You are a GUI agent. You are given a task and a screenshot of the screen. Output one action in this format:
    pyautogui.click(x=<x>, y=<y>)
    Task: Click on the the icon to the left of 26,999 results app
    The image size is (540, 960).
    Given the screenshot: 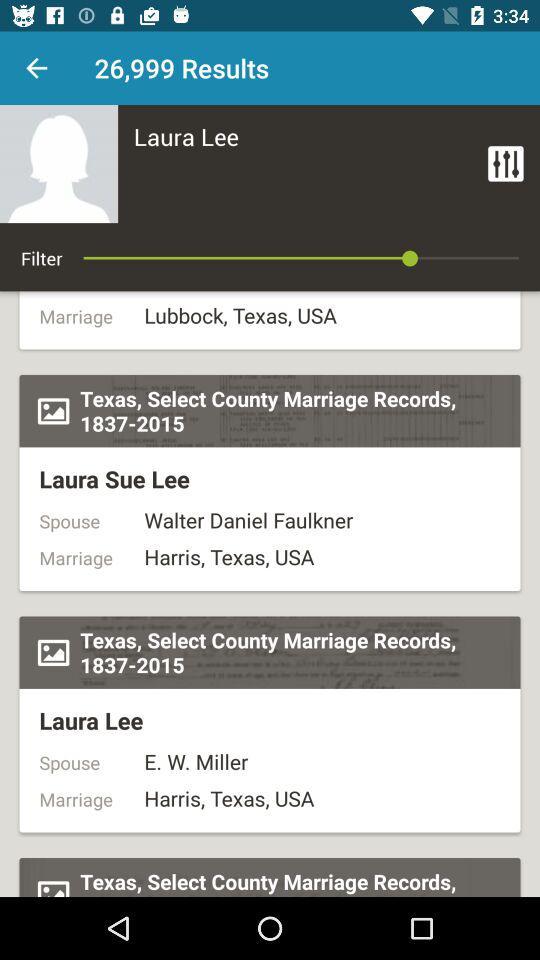 What is the action you would take?
    pyautogui.click(x=36, y=68)
    